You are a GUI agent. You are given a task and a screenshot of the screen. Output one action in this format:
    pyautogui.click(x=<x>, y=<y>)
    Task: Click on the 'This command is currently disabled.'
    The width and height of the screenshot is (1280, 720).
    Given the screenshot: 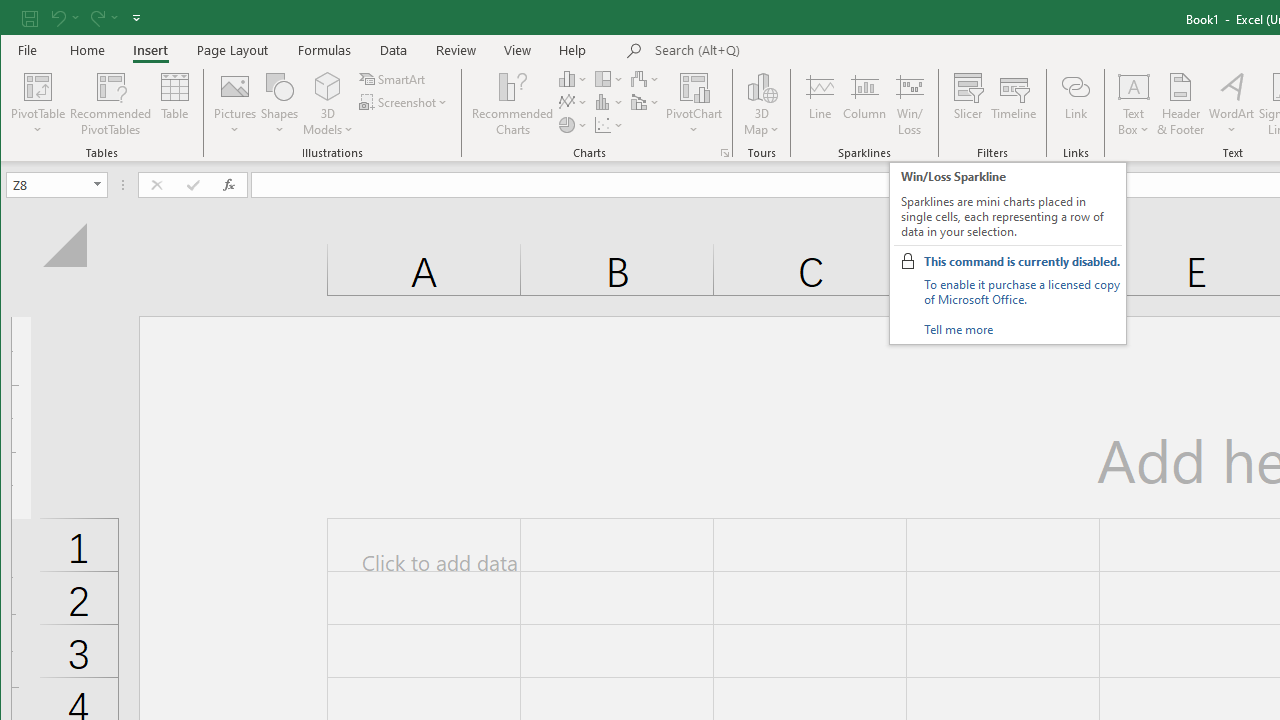 What is the action you would take?
    pyautogui.click(x=1022, y=260)
    